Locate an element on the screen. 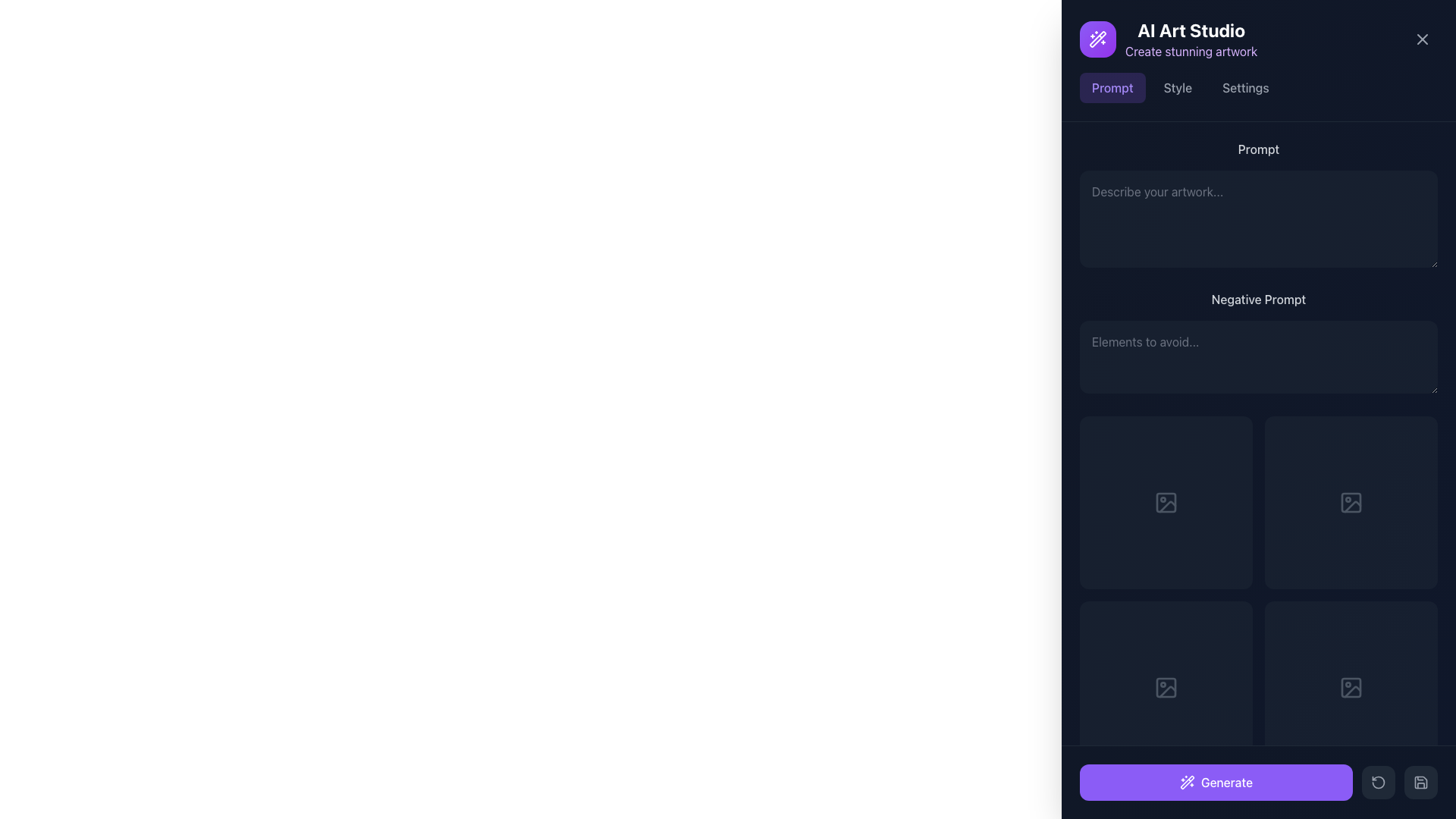 The width and height of the screenshot is (1456, 819). the gray text label 'Negative Prompt' located in the right-hand panel above the input area with placeholder text 'Elements to avoid...' is located at coordinates (1259, 299).